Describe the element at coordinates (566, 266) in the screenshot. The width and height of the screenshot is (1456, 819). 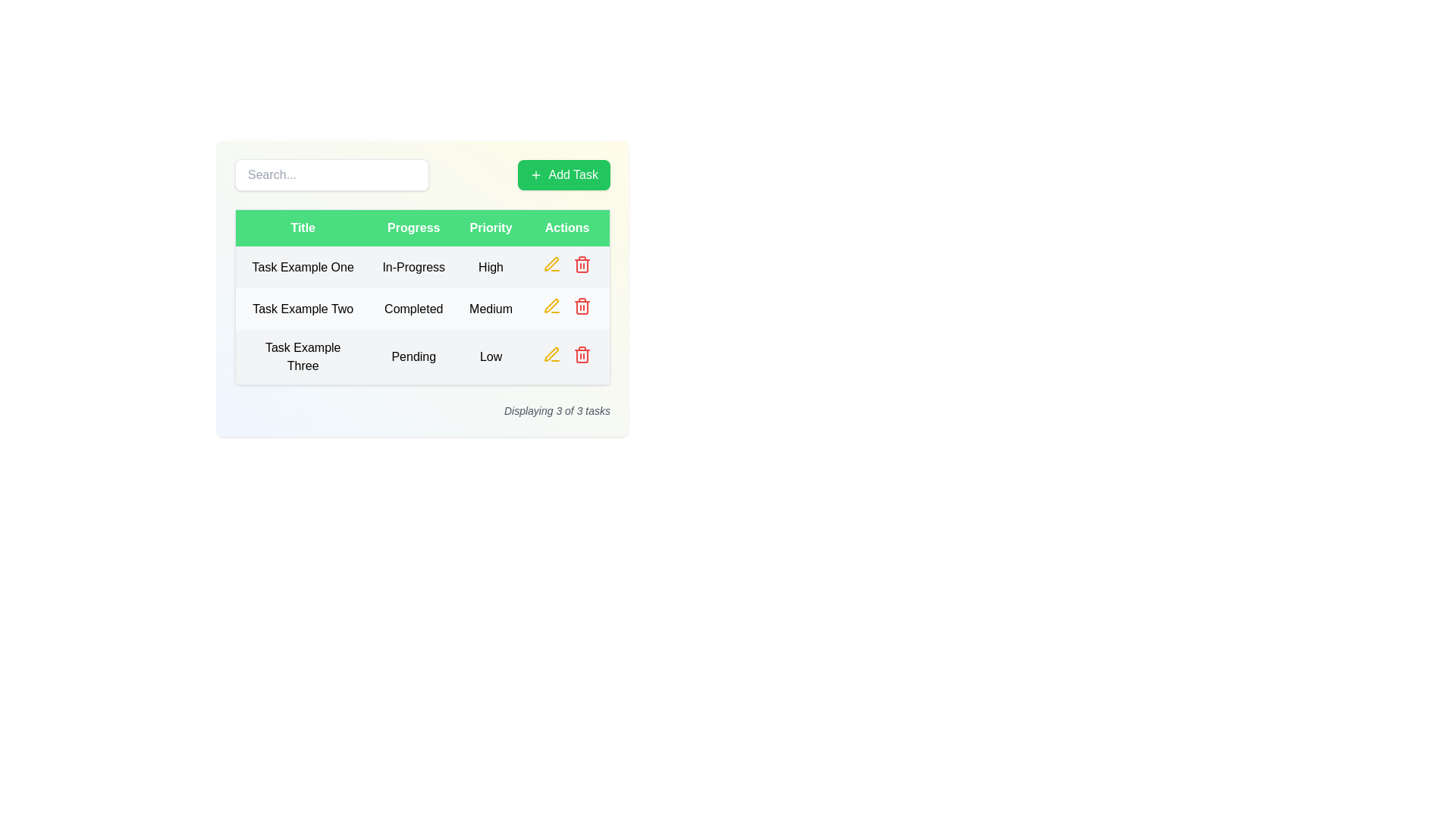
I see `the table cell in the 'Actions' column of the row for 'Task Example One', which separates interactive elements within that column` at that location.